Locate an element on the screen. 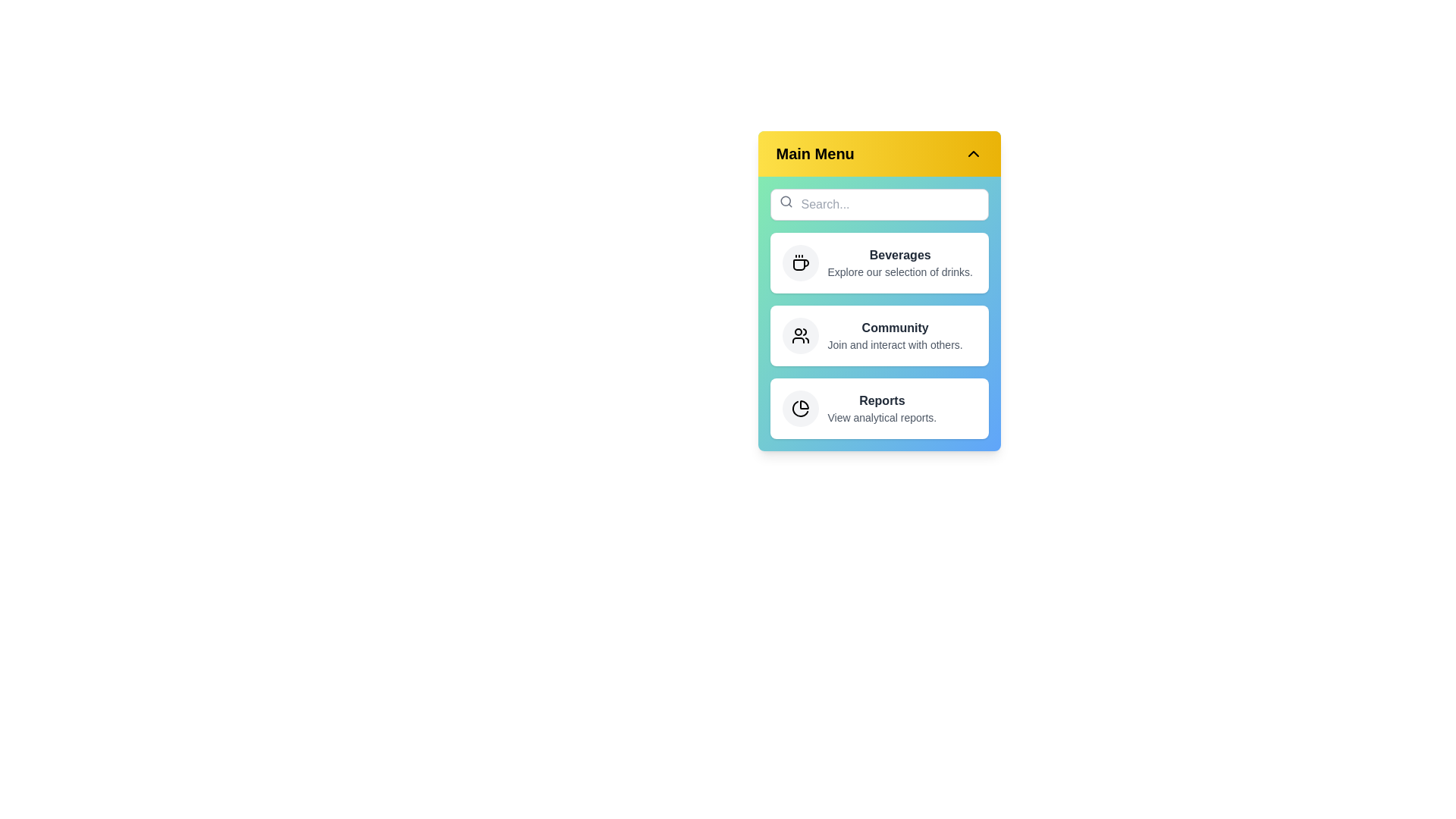  the menu item Community to view its details is located at coordinates (879, 335).